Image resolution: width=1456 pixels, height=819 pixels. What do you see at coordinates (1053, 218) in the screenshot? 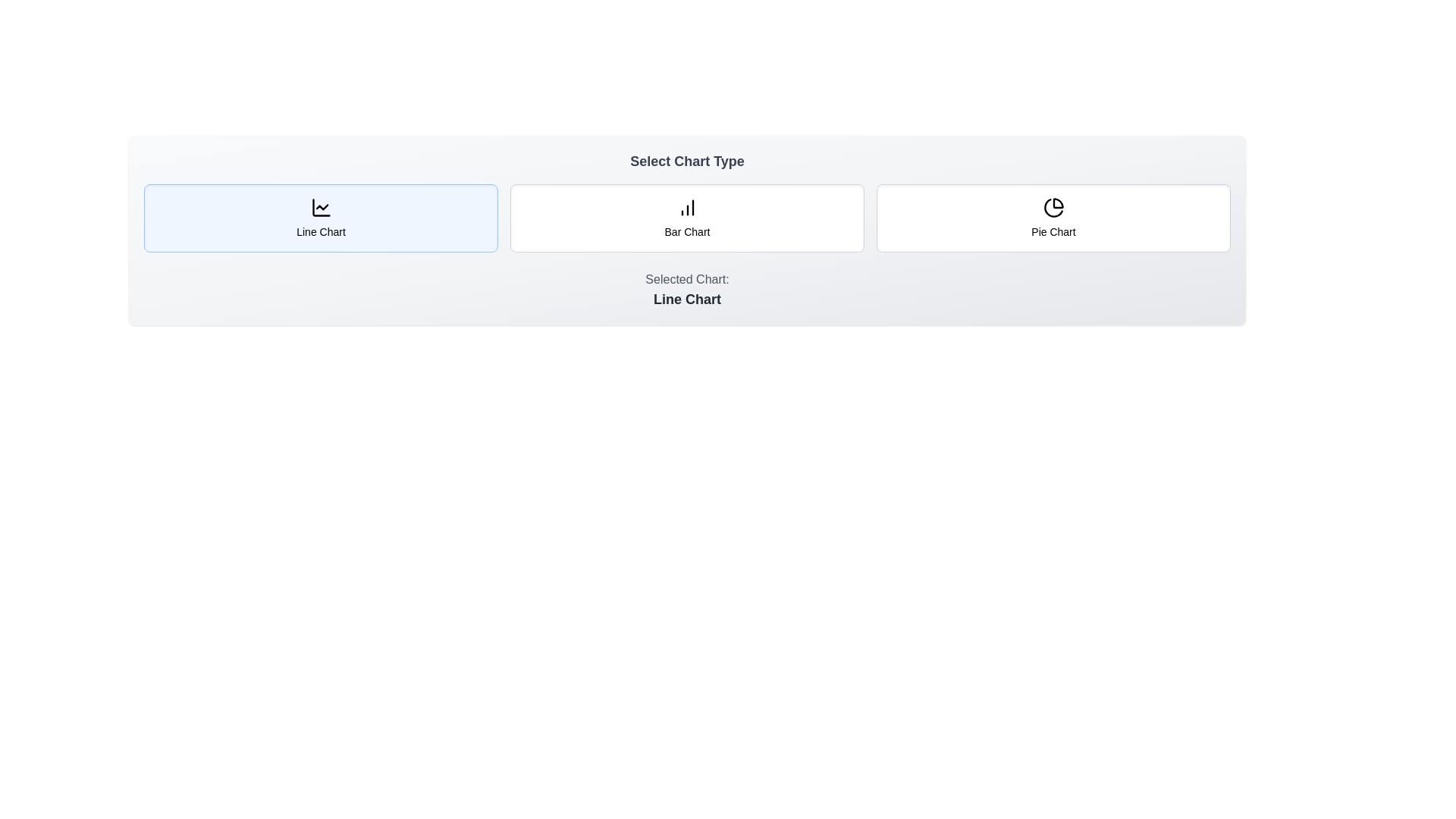
I see `the chart type Pie Chart by clicking on its corresponding button` at bounding box center [1053, 218].